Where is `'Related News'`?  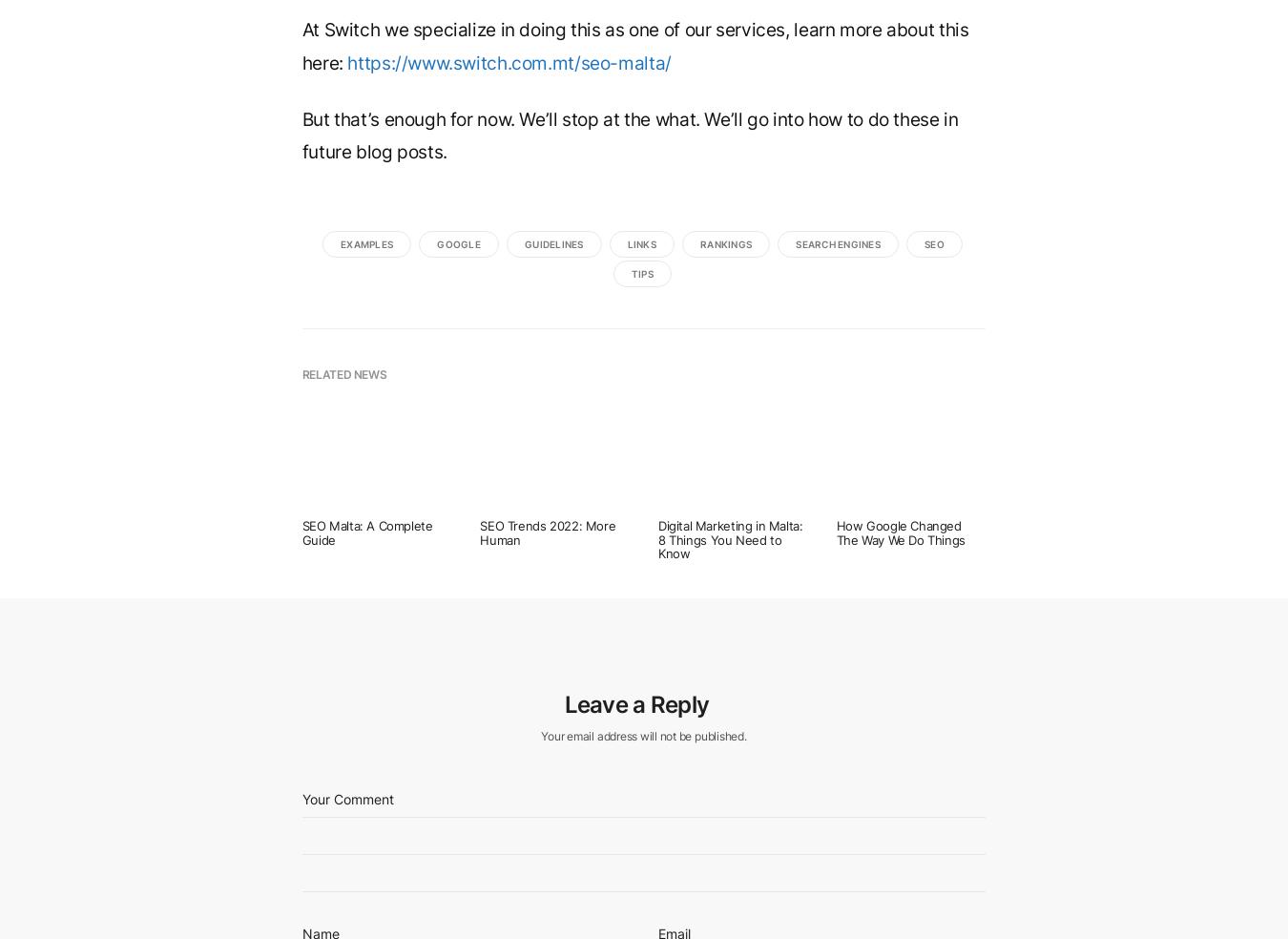 'Related News' is located at coordinates (343, 373).